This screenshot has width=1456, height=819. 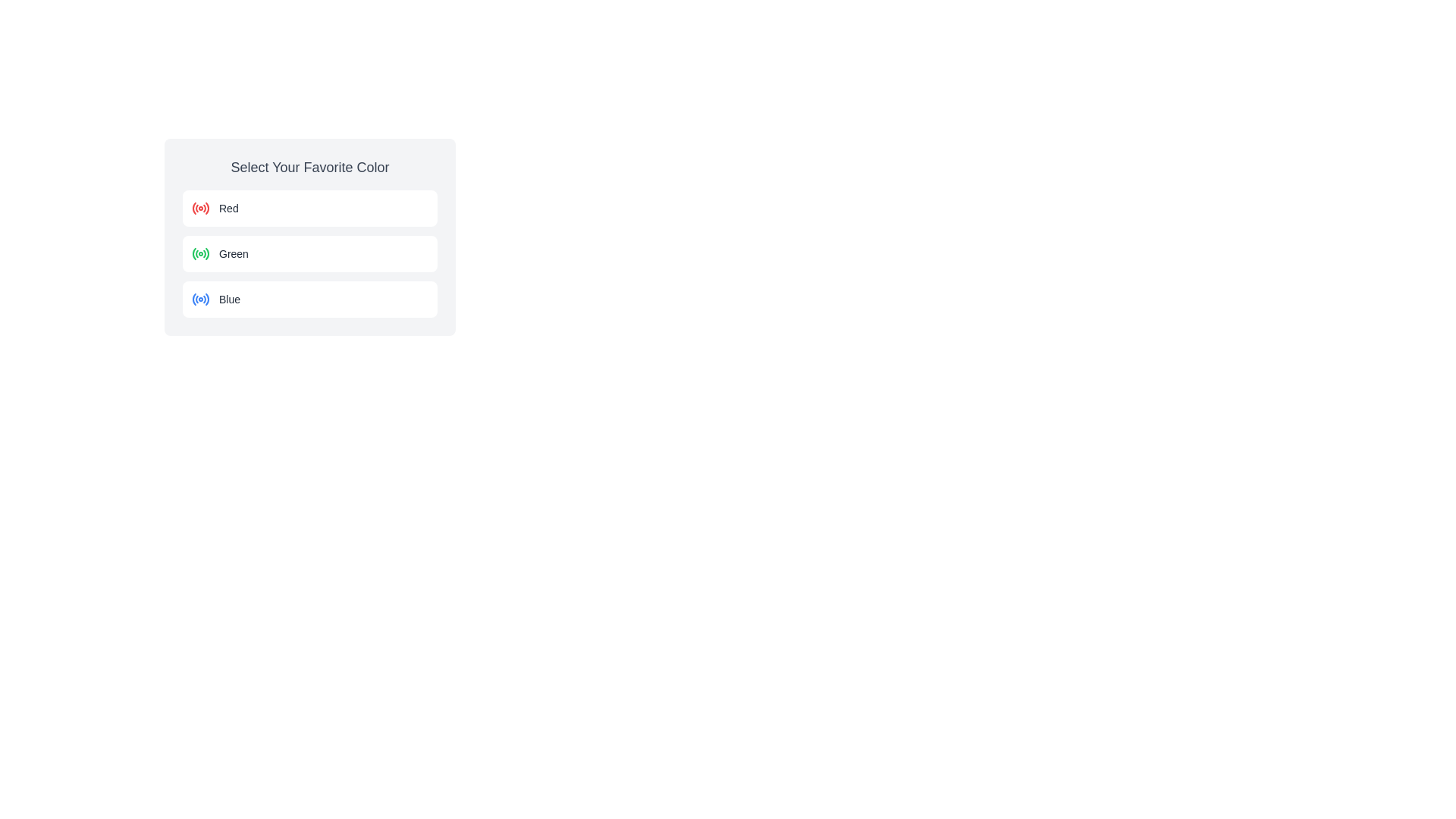 What do you see at coordinates (309, 253) in the screenshot?
I see `the second selectable option labeled 'Green'` at bounding box center [309, 253].